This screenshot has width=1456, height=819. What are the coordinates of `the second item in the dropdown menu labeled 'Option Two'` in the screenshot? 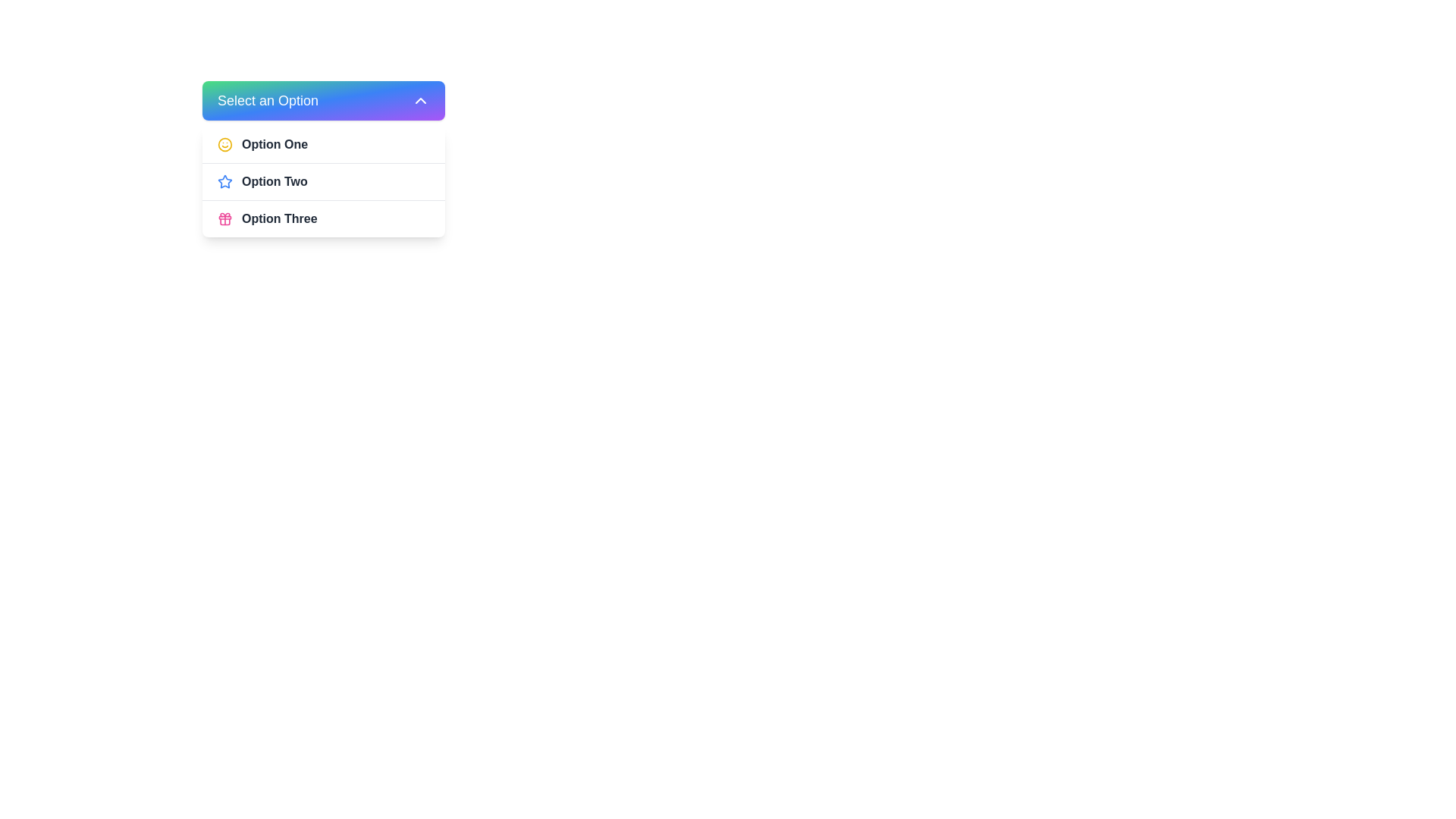 It's located at (323, 180).